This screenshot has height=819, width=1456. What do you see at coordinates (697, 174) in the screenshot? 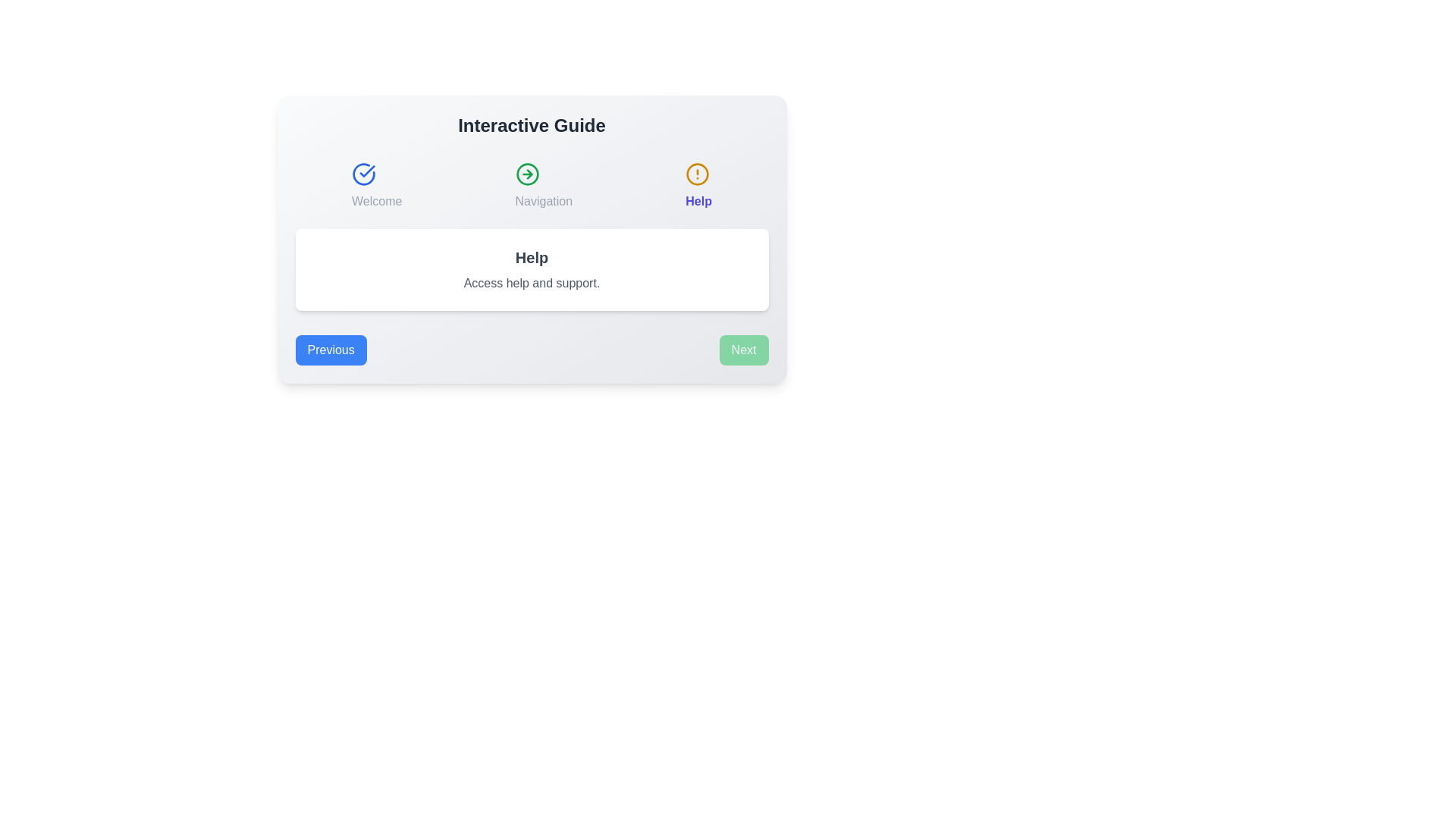
I see `the 'Help' icon's circular part located on the right-hand side of the top section of the 'Interactive Guide' interface, which has a yellow outline` at bounding box center [697, 174].